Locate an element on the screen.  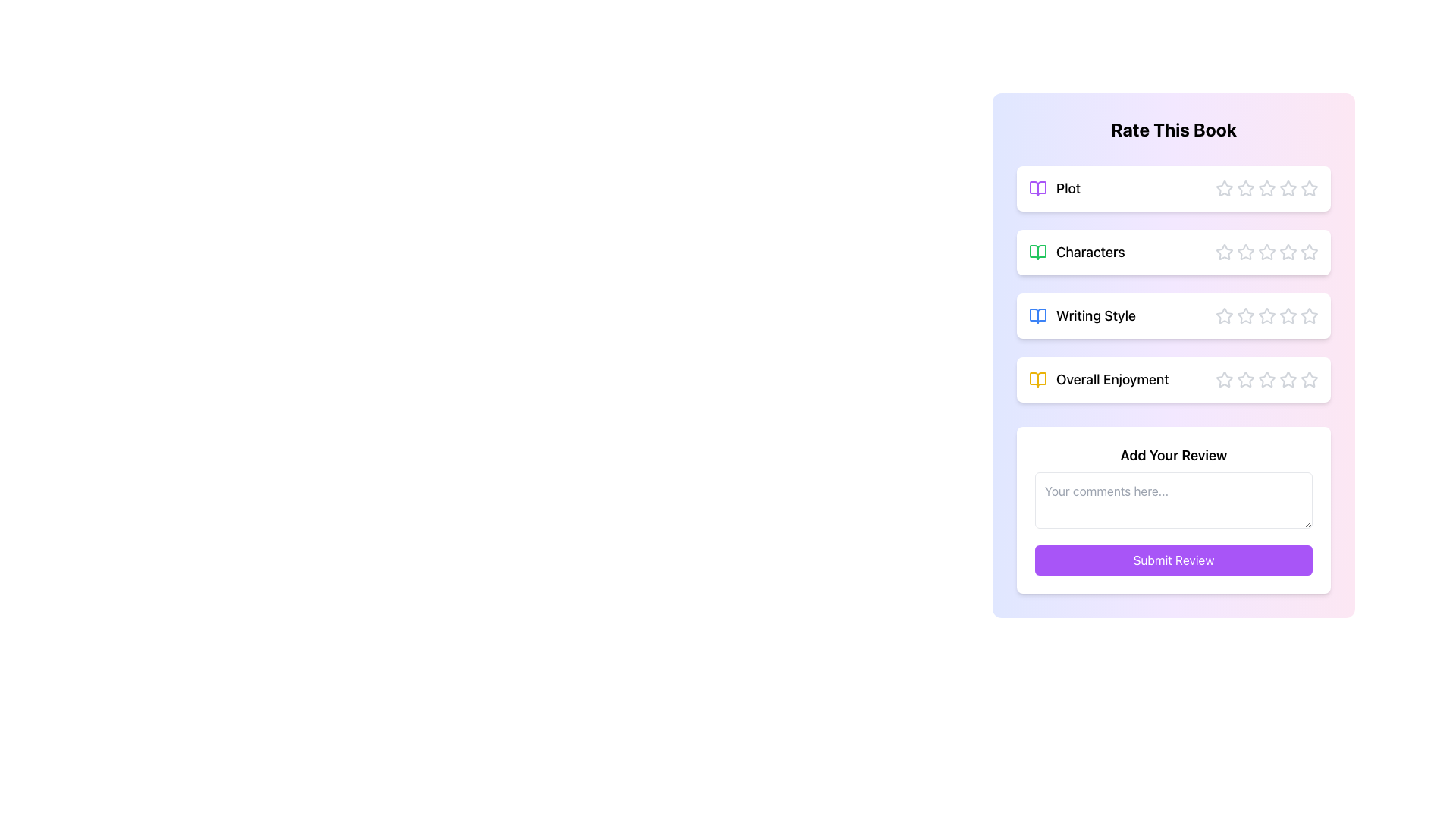
the fourth star in the 'Overall Enjoyment' rating component is located at coordinates (1266, 378).